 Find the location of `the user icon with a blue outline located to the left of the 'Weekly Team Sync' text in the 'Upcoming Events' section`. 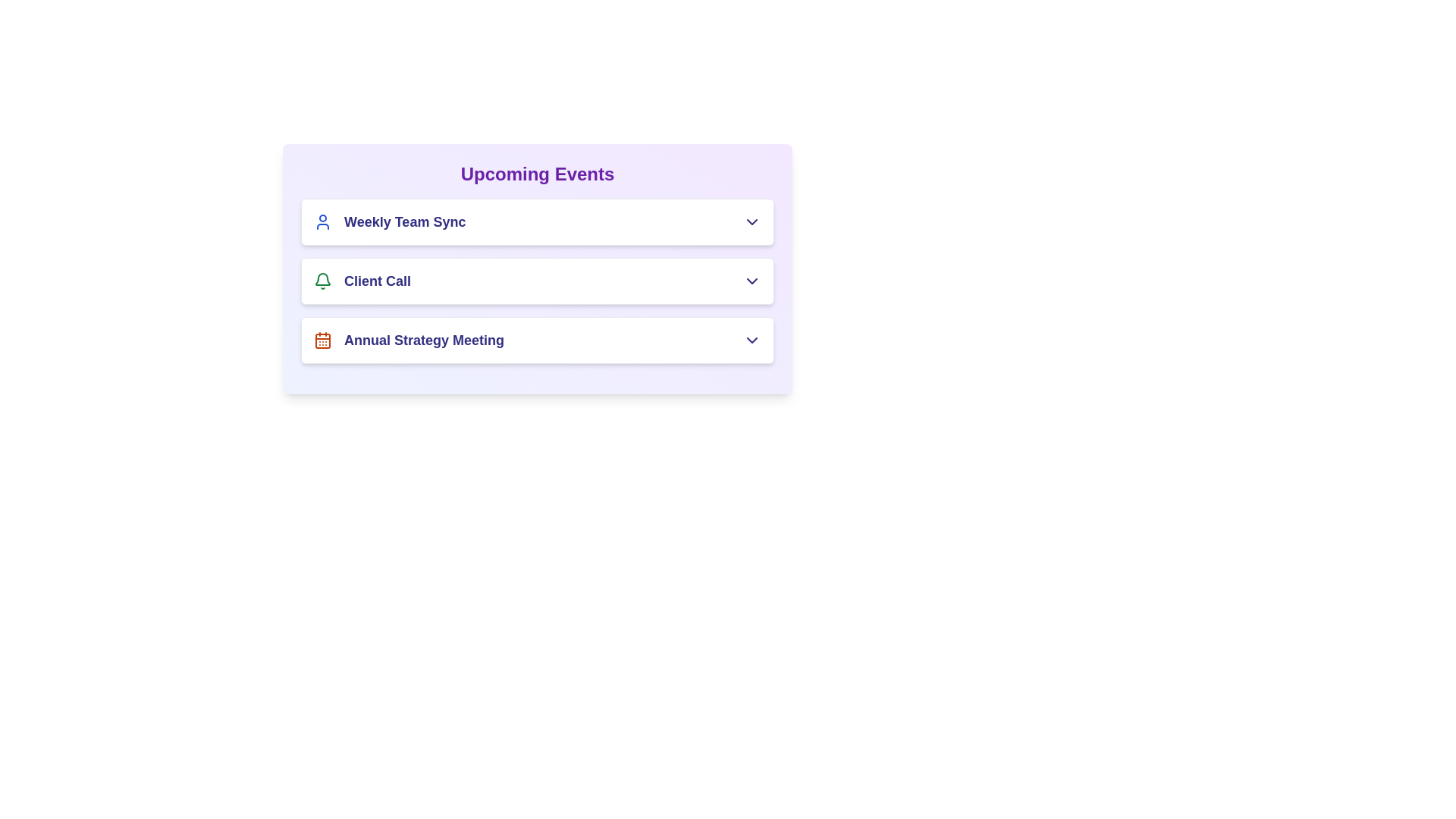

the user icon with a blue outline located to the left of the 'Weekly Team Sync' text in the 'Upcoming Events' section is located at coordinates (322, 222).